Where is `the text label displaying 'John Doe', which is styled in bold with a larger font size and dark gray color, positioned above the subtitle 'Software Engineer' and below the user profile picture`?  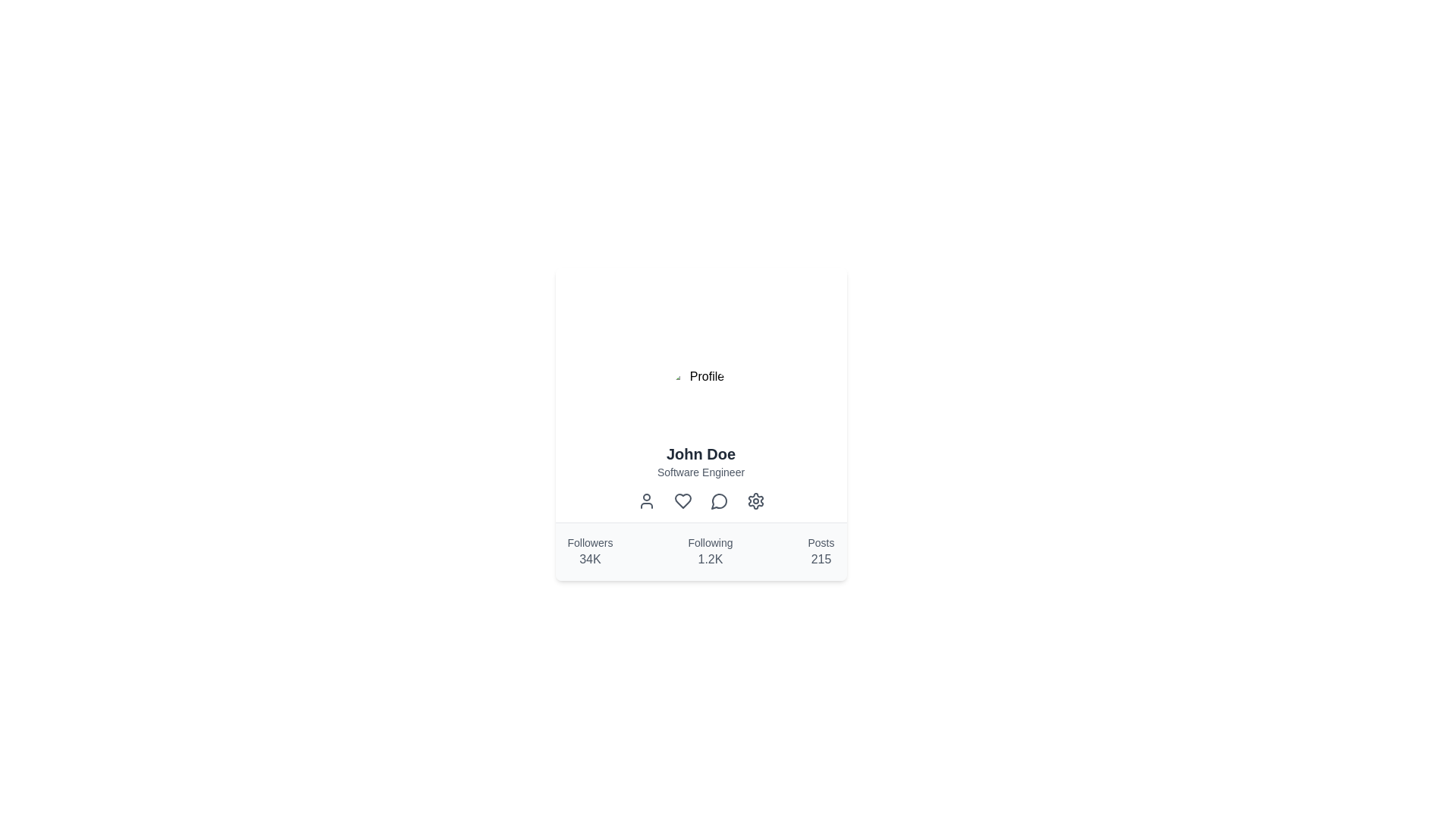 the text label displaying 'John Doe', which is styled in bold with a larger font size and dark gray color, positioned above the subtitle 'Software Engineer' and below the user profile picture is located at coordinates (700, 453).